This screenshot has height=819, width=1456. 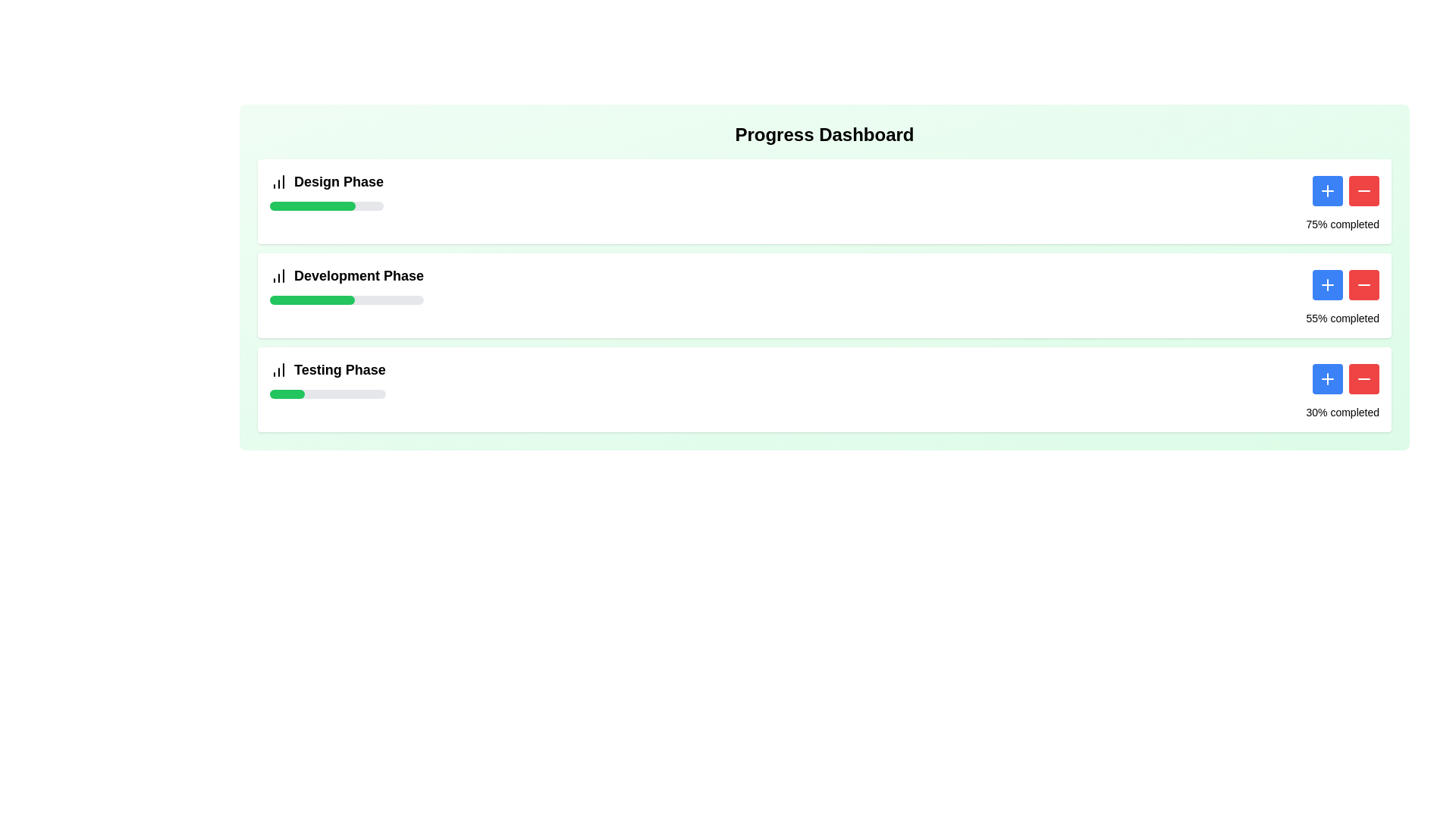 I want to click on the blue button with a white plus symbol located in the top-right quadrant of the 'Design Phase' progress card, so click(x=1327, y=190).